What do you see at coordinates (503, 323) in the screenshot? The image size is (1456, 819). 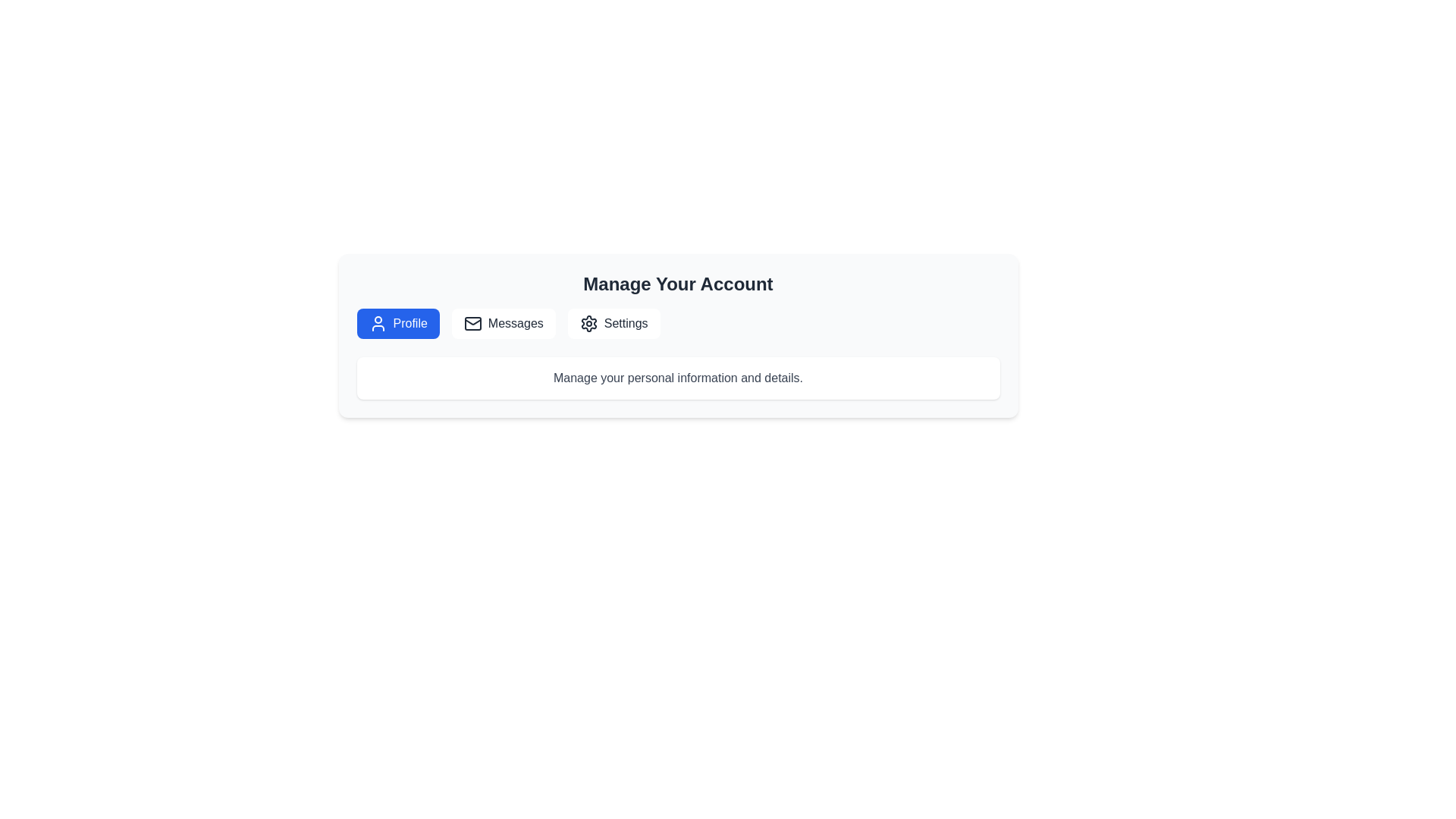 I see `the second button, which navigates to the Messages section, located between the Profile and Settings buttons` at bounding box center [503, 323].